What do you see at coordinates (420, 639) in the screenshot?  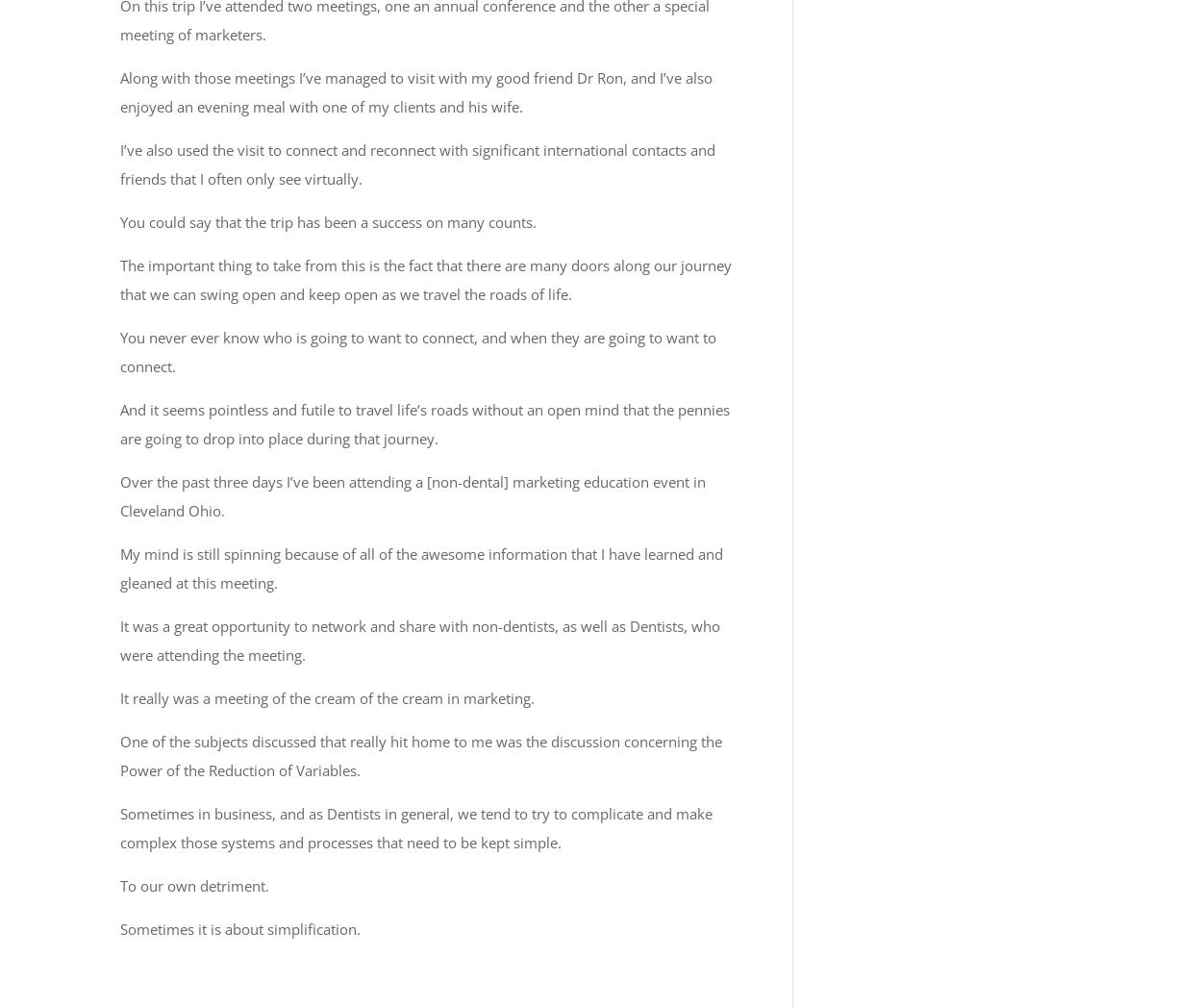 I see `'It was a great opportunity to network and share with non-dentists, as well as Dentists, who were attending the meeting.'` at bounding box center [420, 639].